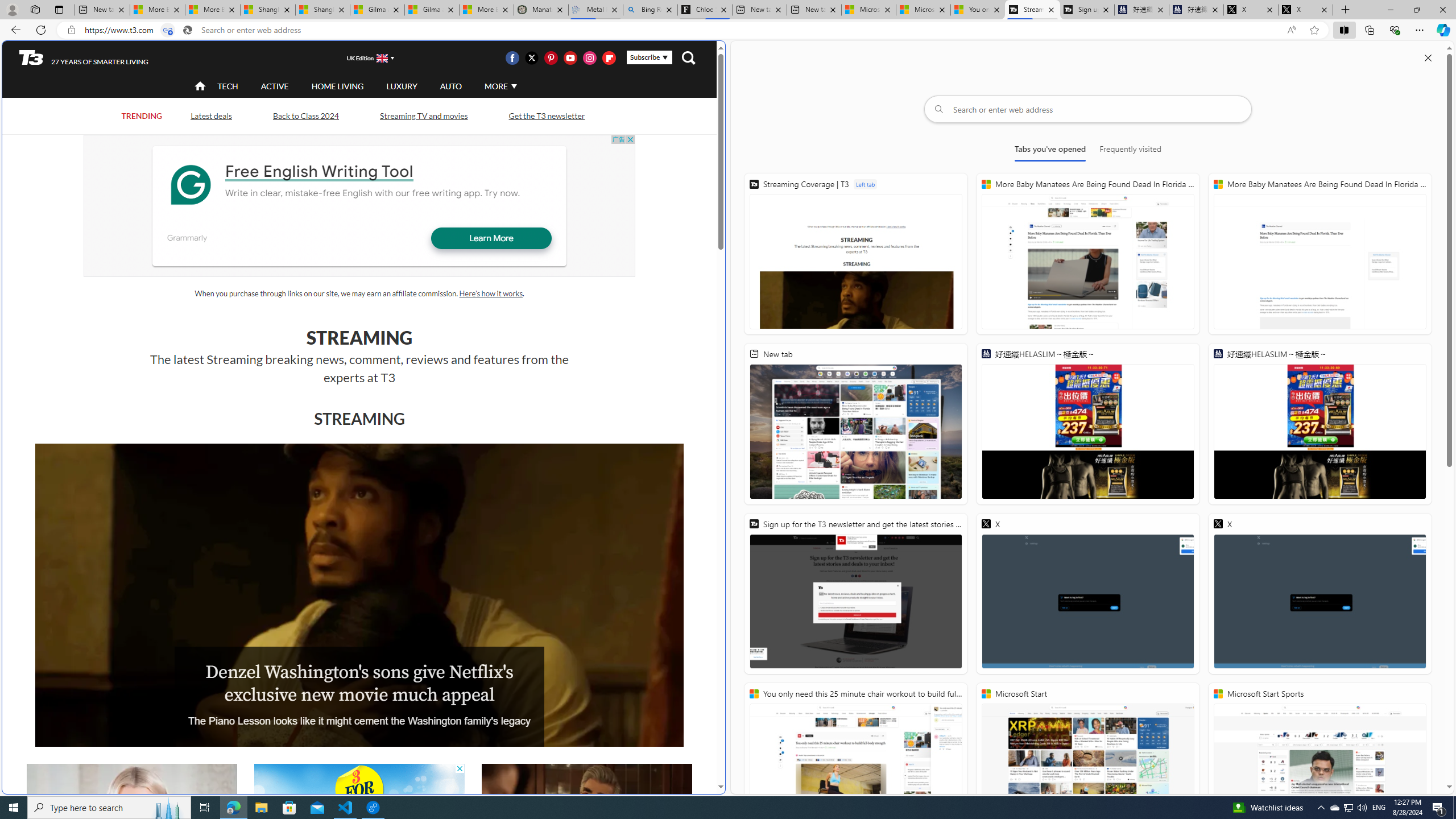 Image resolution: width=1456 pixels, height=819 pixels. I want to click on 'Chloe Sorvino', so click(705, 9).